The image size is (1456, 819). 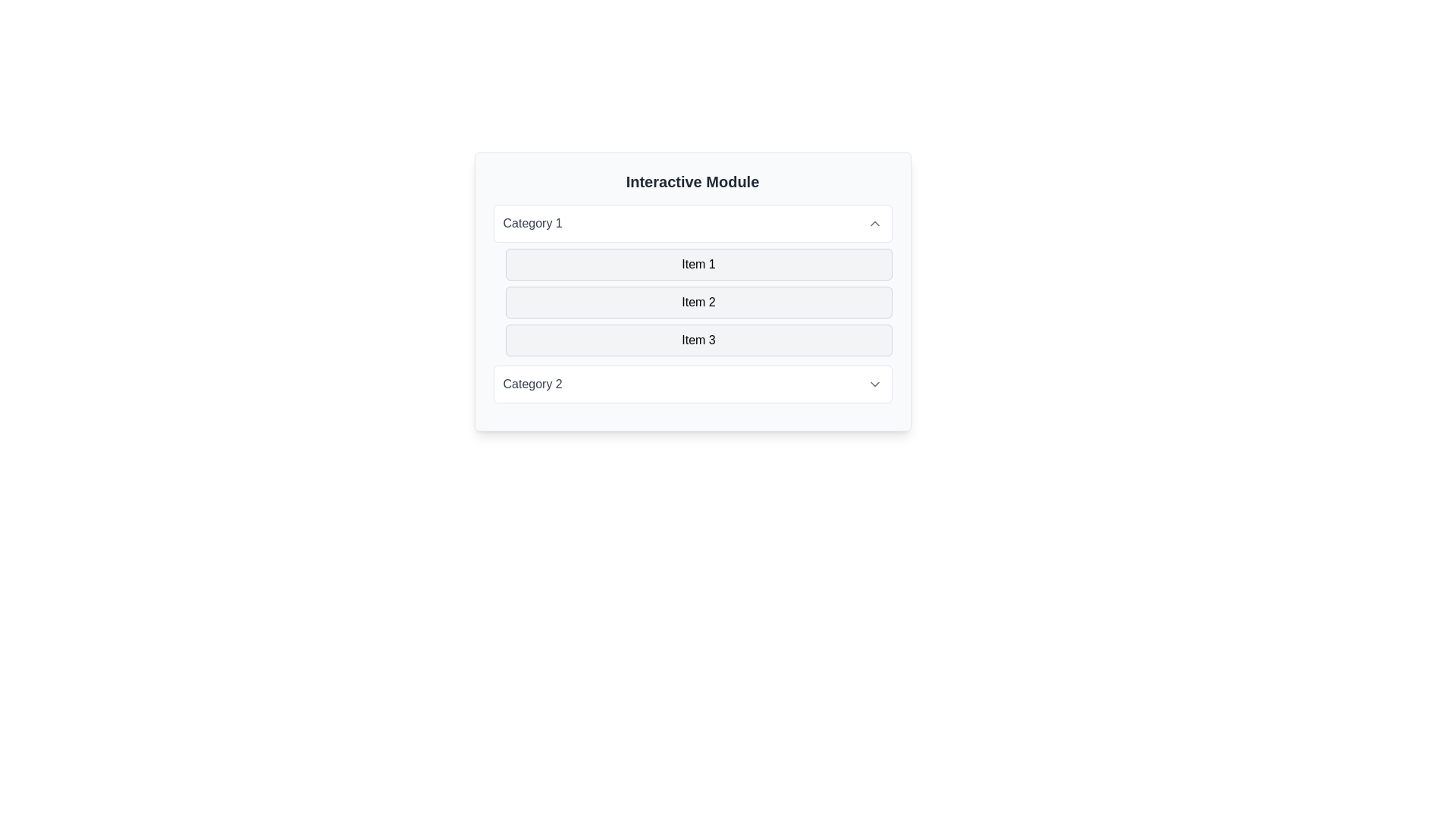 I want to click on the small upward-pointing chevron-shaped icon with a gray color, located adjacent to the right of the 'Category 1' text, so click(x=874, y=223).